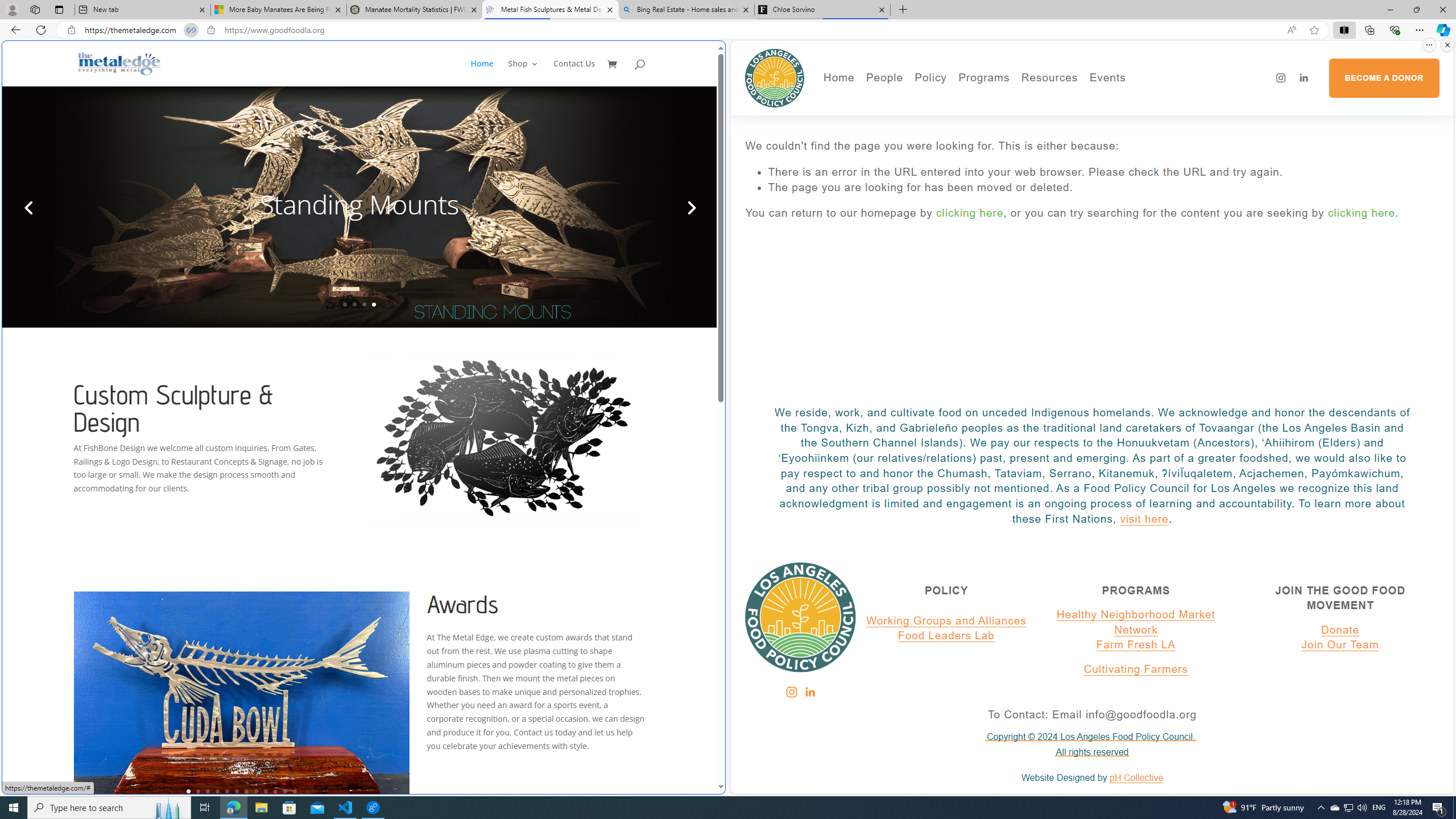  What do you see at coordinates (415, 9) in the screenshot?
I see `'Manatee Mortality Statistics | FWC'` at bounding box center [415, 9].